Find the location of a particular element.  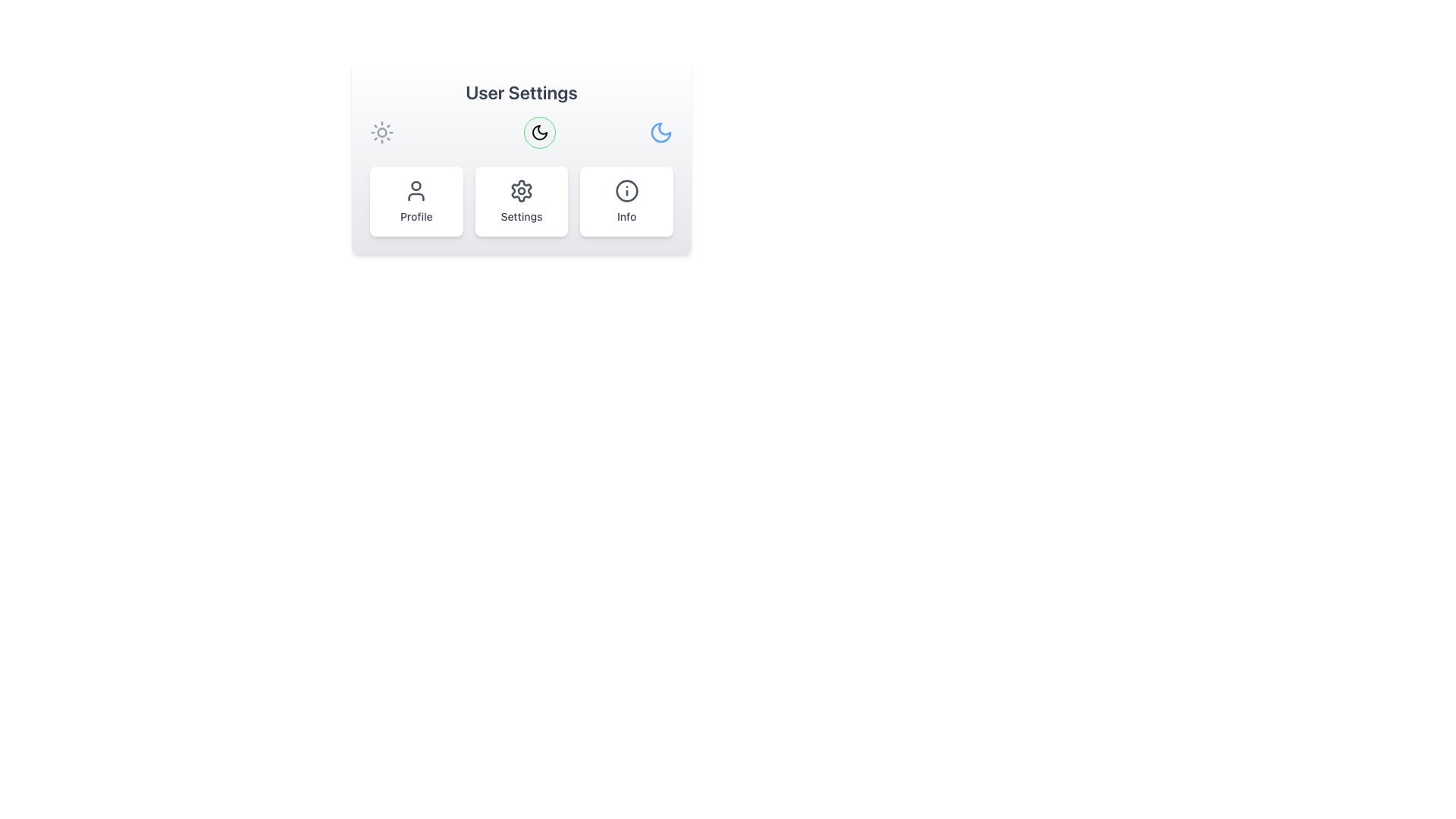

the Interactive card button labeled 'Profile' which has a user silhouette icon and is the leftmost card in a row of three cards is located at coordinates (416, 201).